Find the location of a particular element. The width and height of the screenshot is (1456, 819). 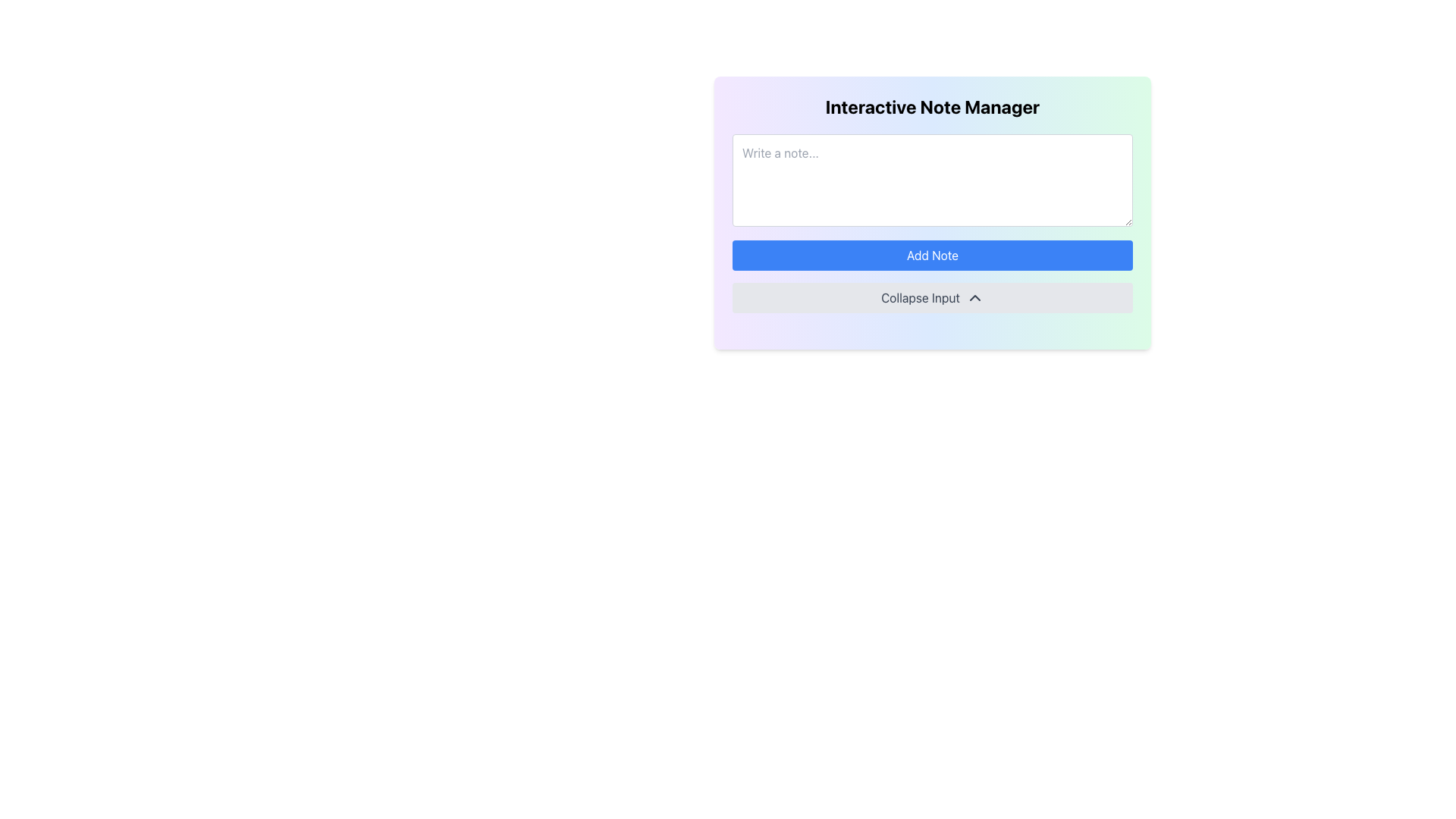

text within the rectangular text input field that has a soft gray border and rounded corners, featuring the placeholder 'Write a note...' in the 'Interactive Note Manager' interface is located at coordinates (931, 180).